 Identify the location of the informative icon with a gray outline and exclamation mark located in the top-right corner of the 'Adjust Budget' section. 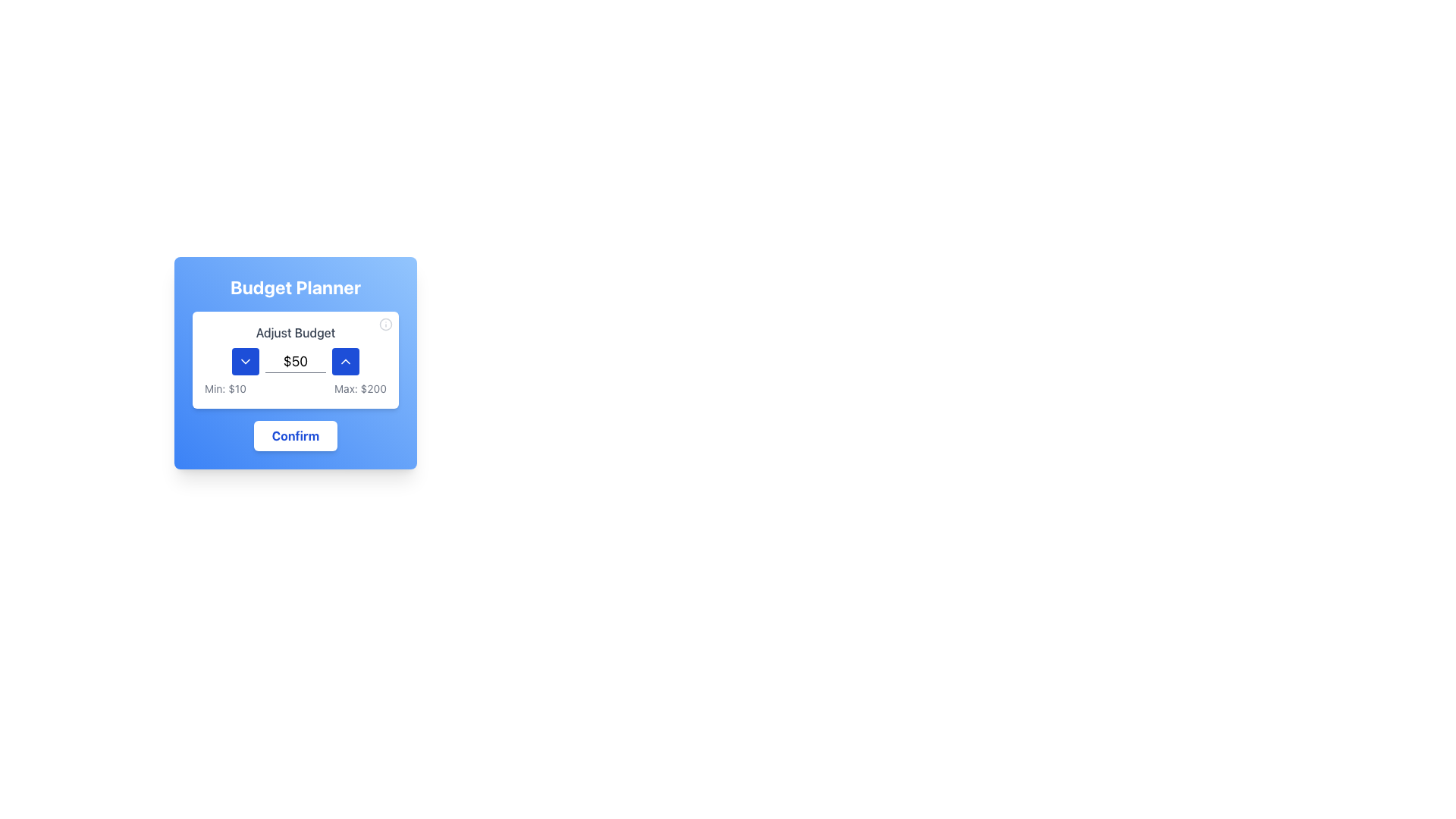
(385, 324).